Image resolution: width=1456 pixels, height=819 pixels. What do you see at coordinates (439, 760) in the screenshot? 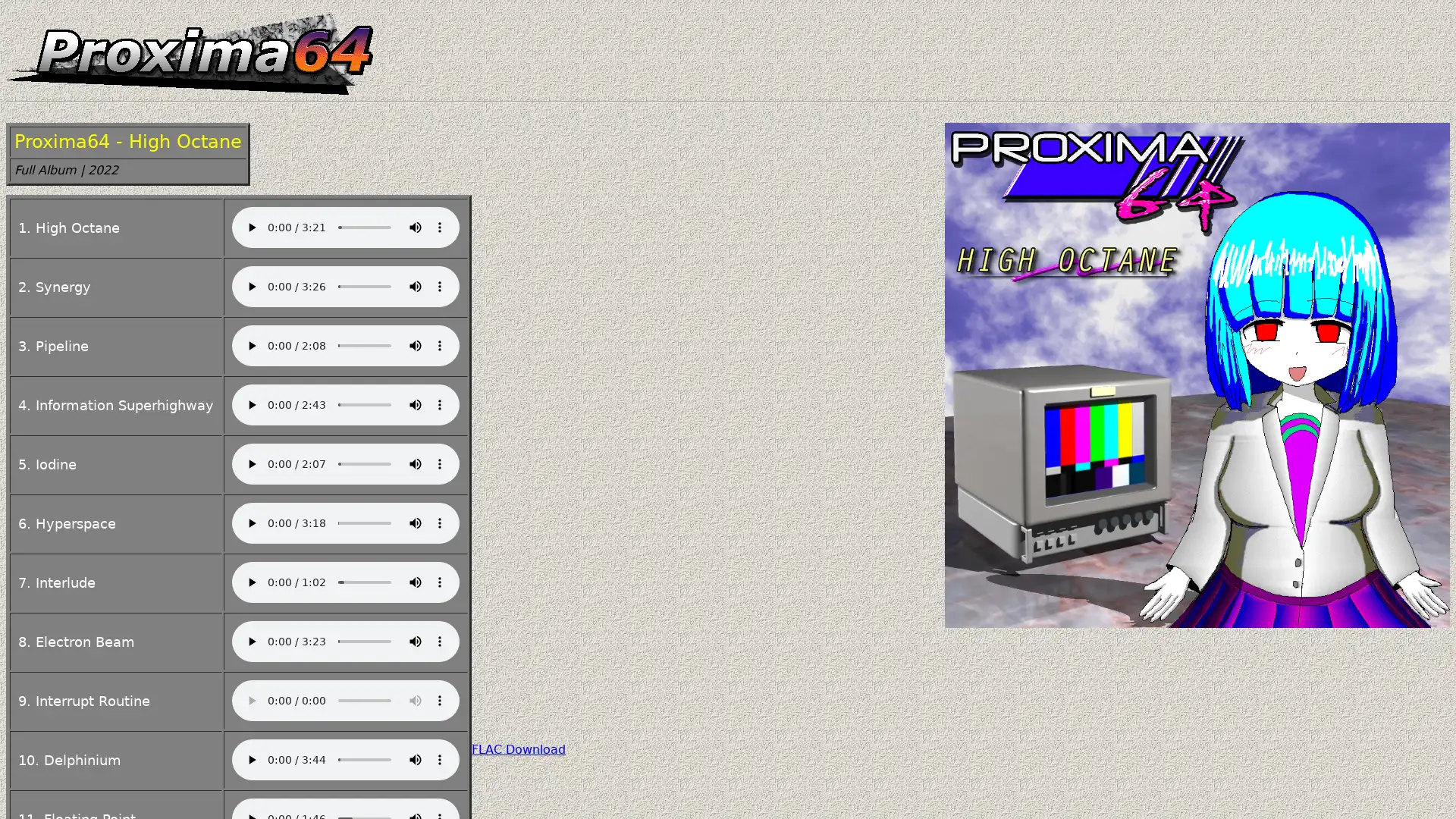
I see `show more media controls` at bounding box center [439, 760].